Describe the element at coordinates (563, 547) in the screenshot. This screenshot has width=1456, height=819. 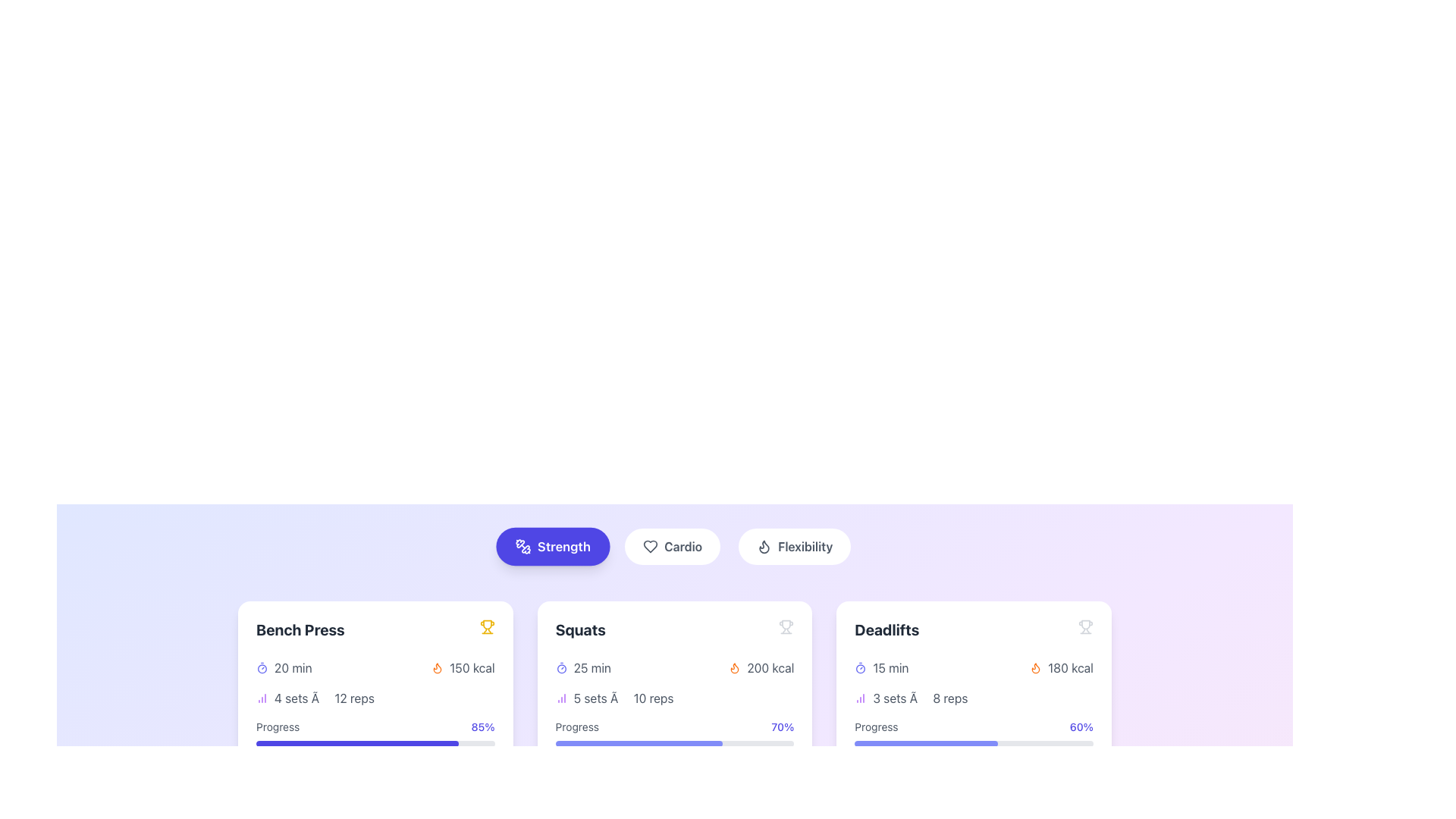
I see `the 'Strength' text label on the blue rounded rectangular button to interact with it` at that location.